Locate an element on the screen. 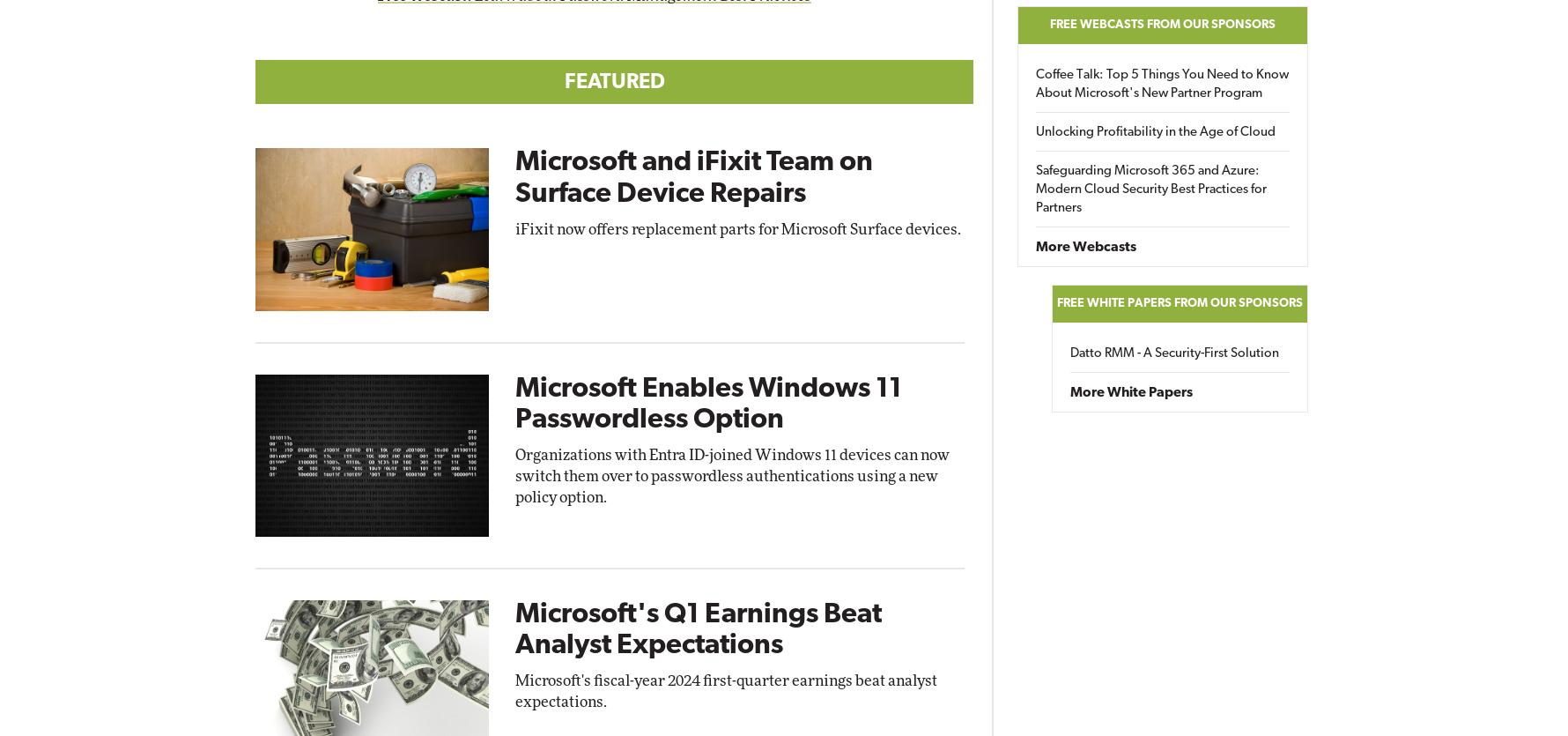 This screenshot has height=736, width=1568. 'Microsoft's fiscal-year 2024 first-quarter earnings beat analyst expectations.' is located at coordinates (514, 690).